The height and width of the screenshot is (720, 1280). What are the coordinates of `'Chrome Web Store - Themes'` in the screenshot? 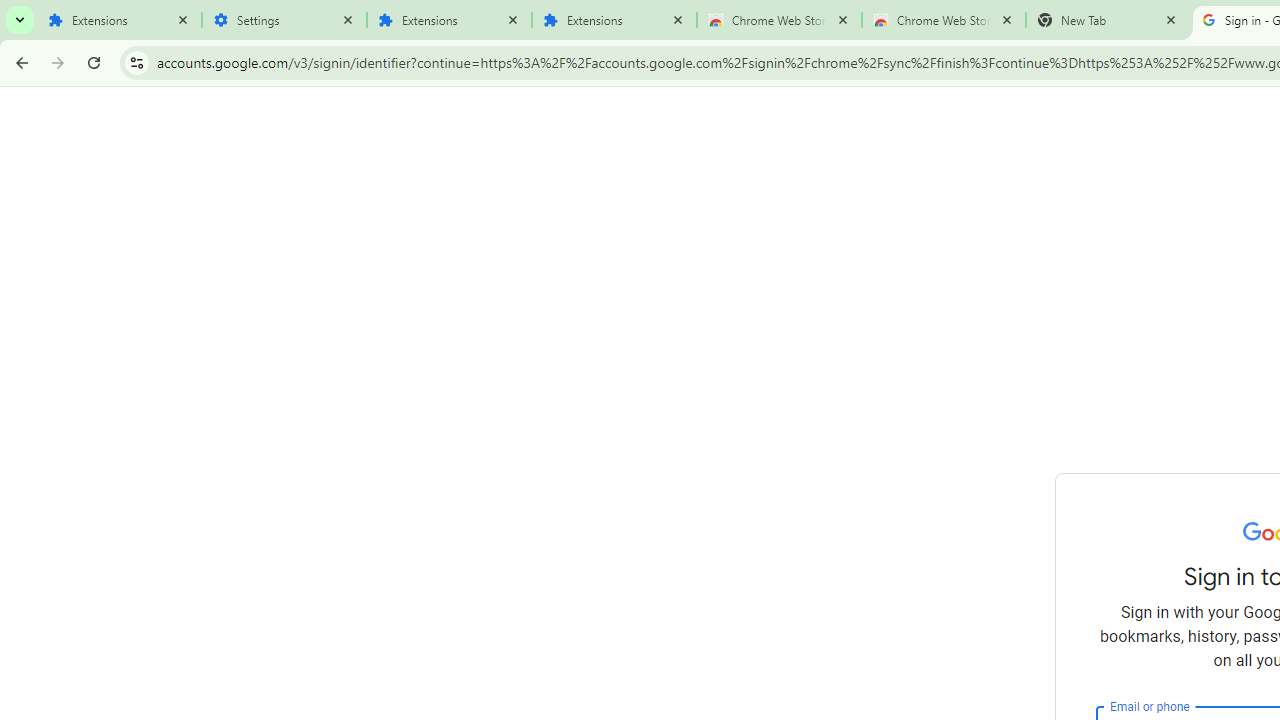 It's located at (943, 20).